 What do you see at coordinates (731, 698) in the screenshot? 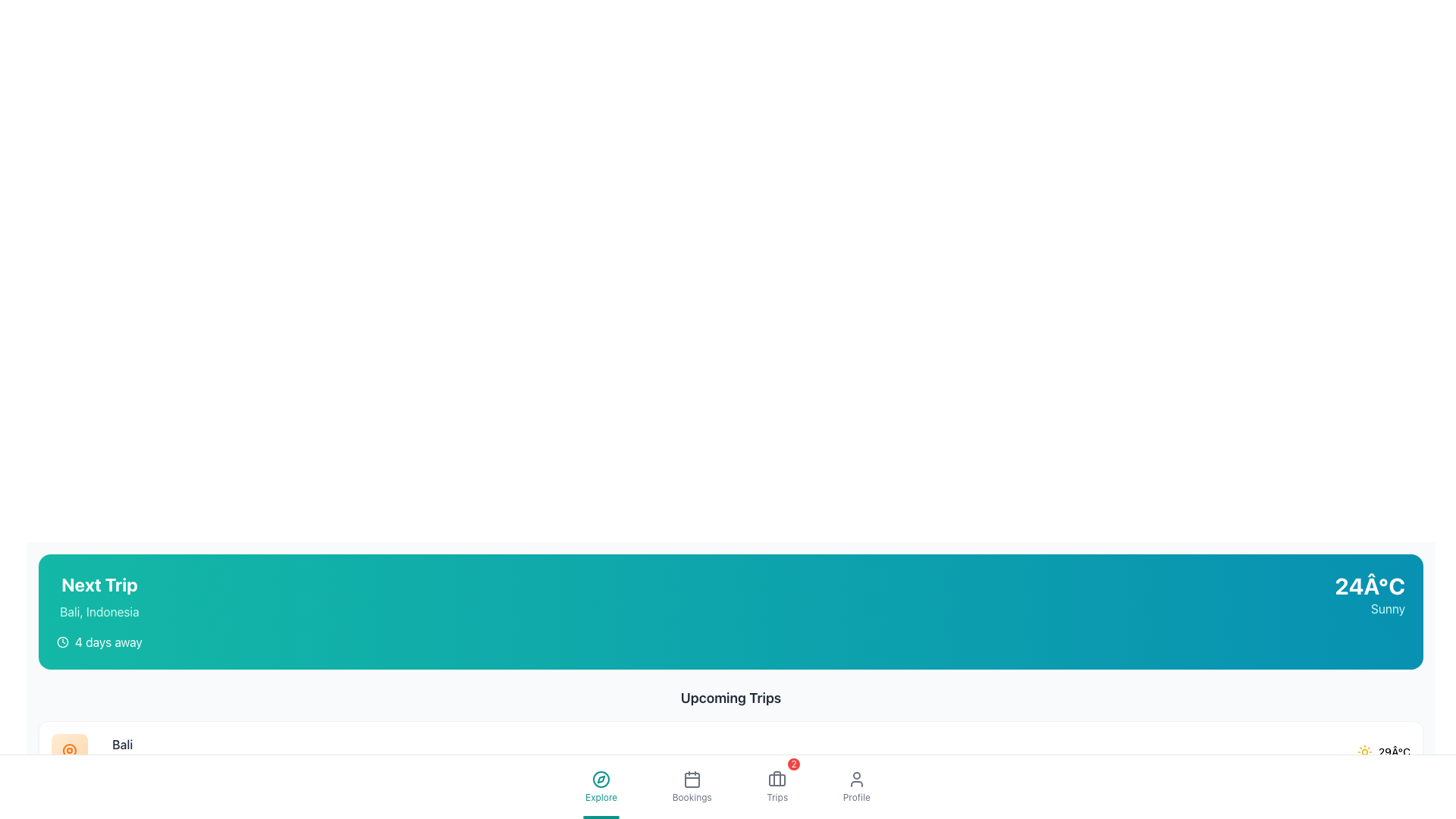
I see `the 'Upcoming Trips' heading text label to indicate its significance as the section title for upcoming trip information` at bounding box center [731, 698].